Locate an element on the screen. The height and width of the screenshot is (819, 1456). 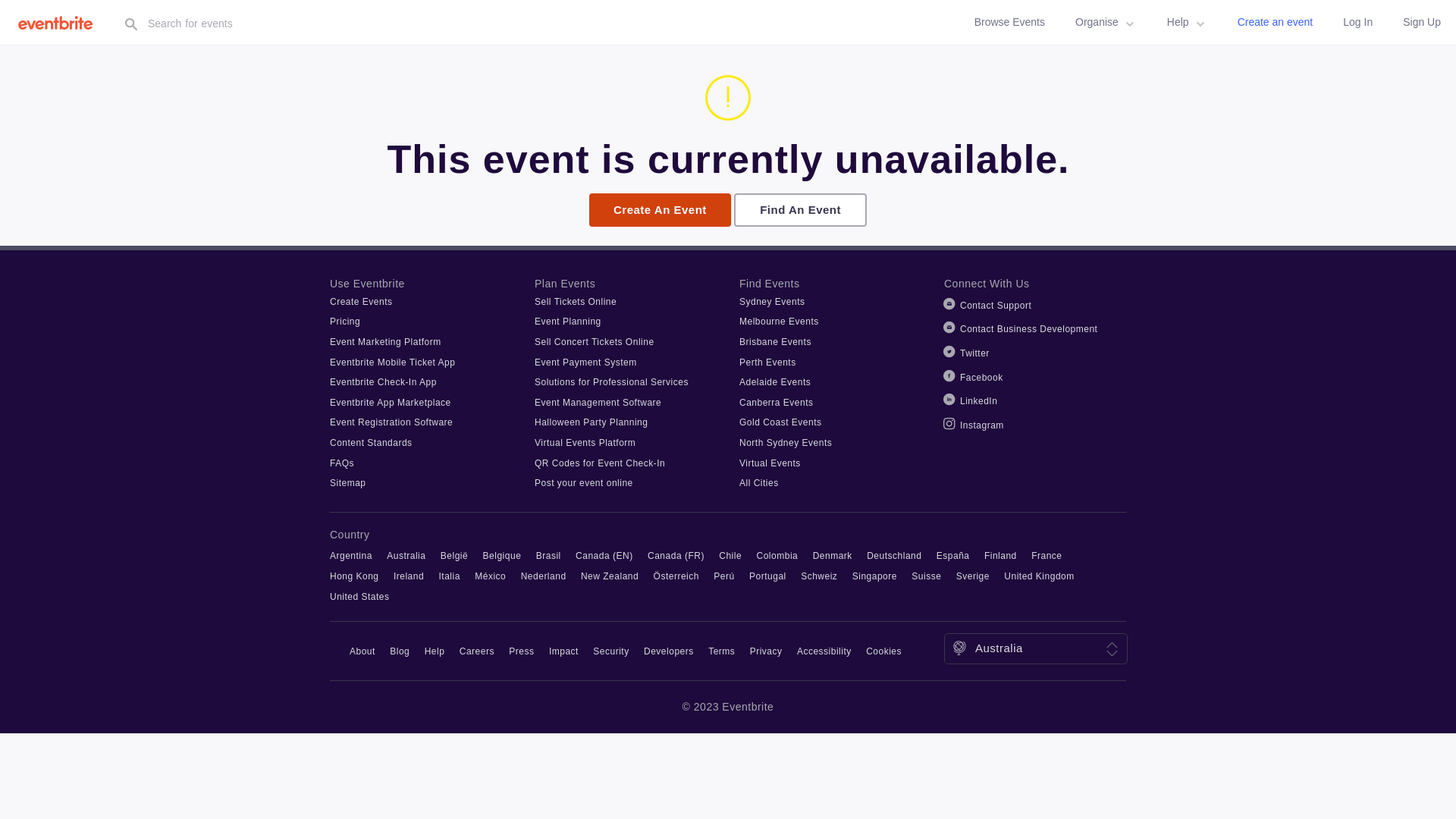
'Gold Coast Events' is located at coordinates (780, 422).